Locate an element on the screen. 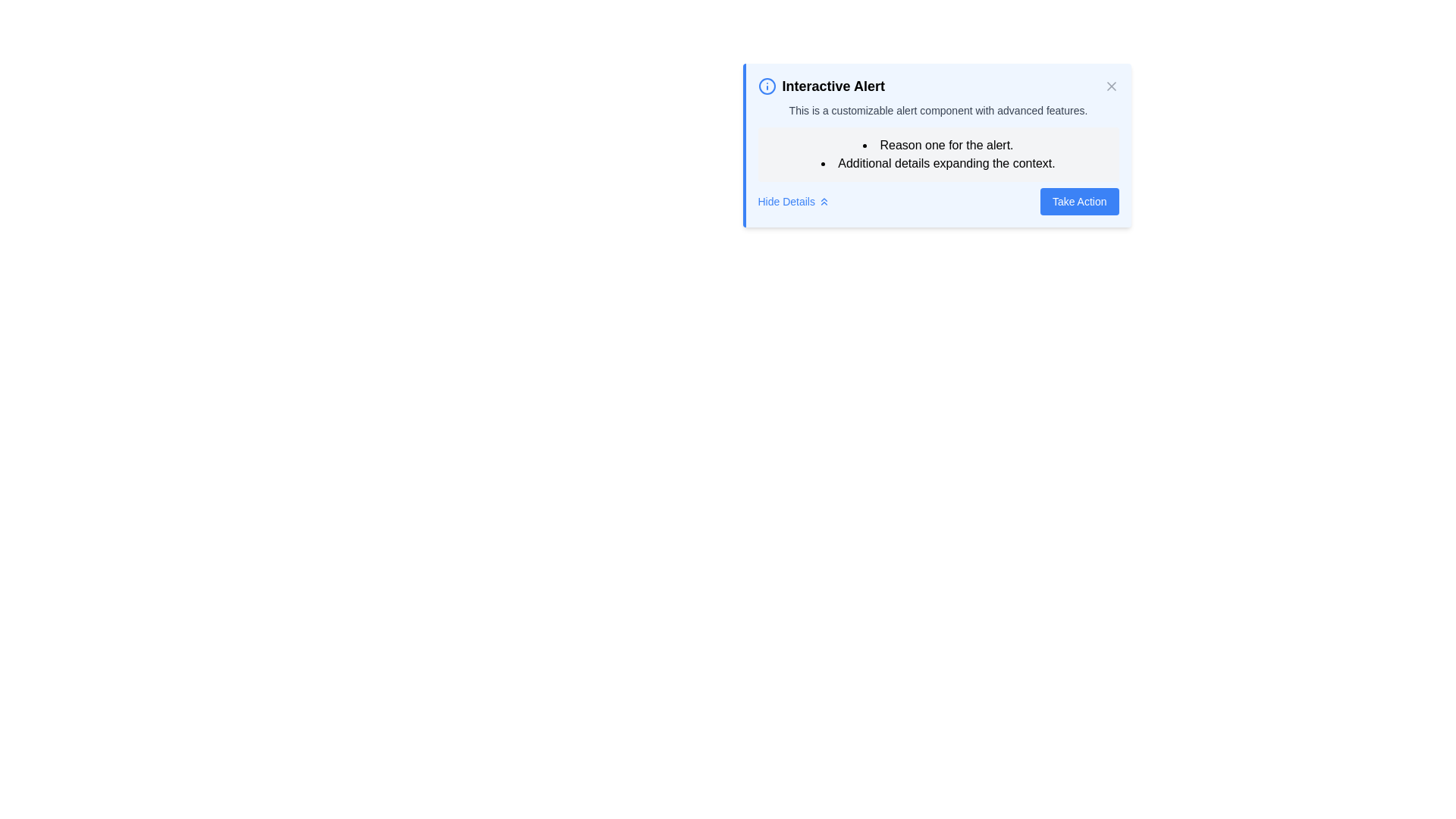  the close/dismiss icon represented by two intersecting lines in the top-right corner of the 'Interactive Alert' dialog is located at coordinates (1111, 86).